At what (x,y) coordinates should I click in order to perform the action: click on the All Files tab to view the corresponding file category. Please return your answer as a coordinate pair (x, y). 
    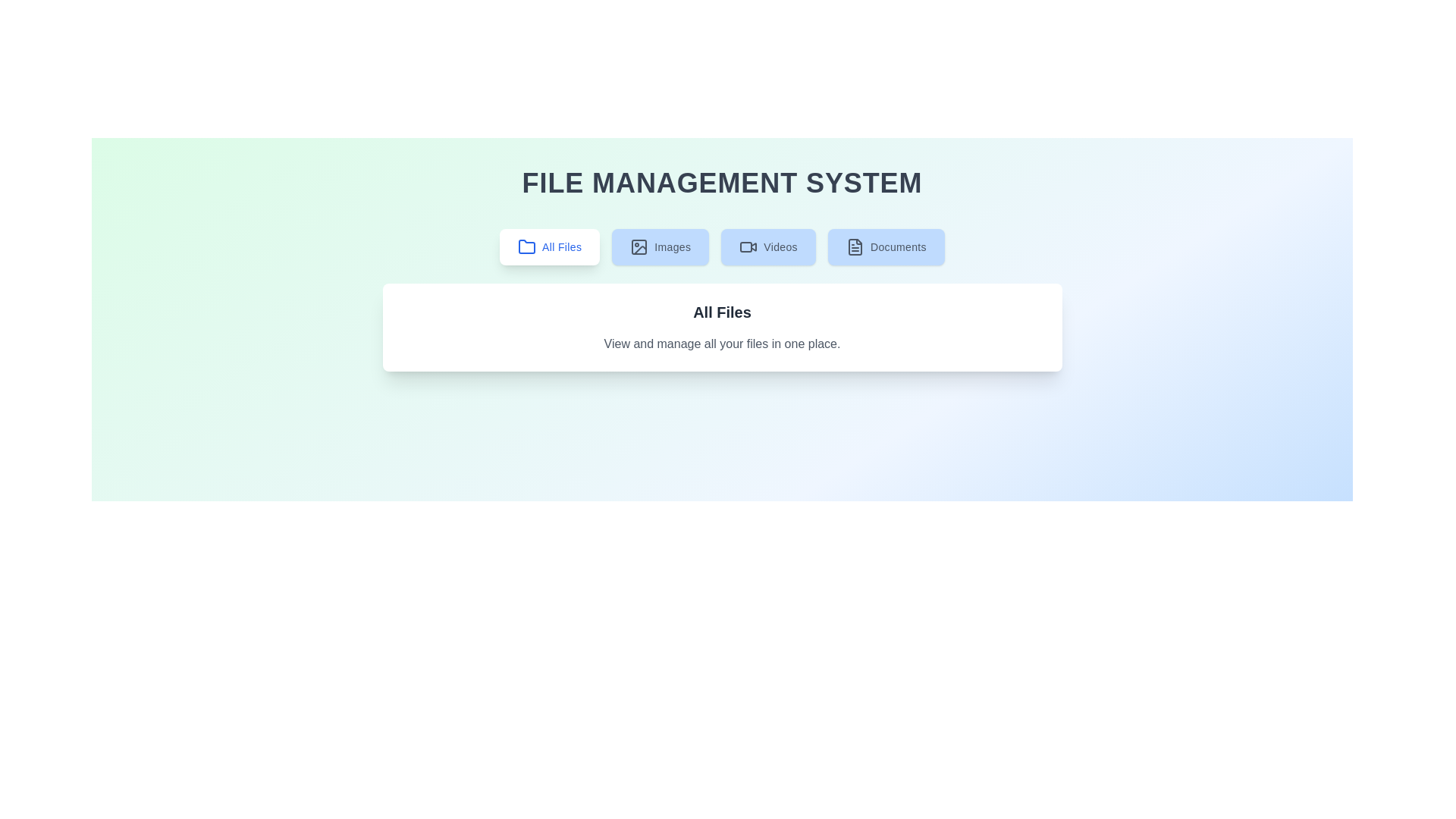
    Looking at the image, I should click on (548, 246).